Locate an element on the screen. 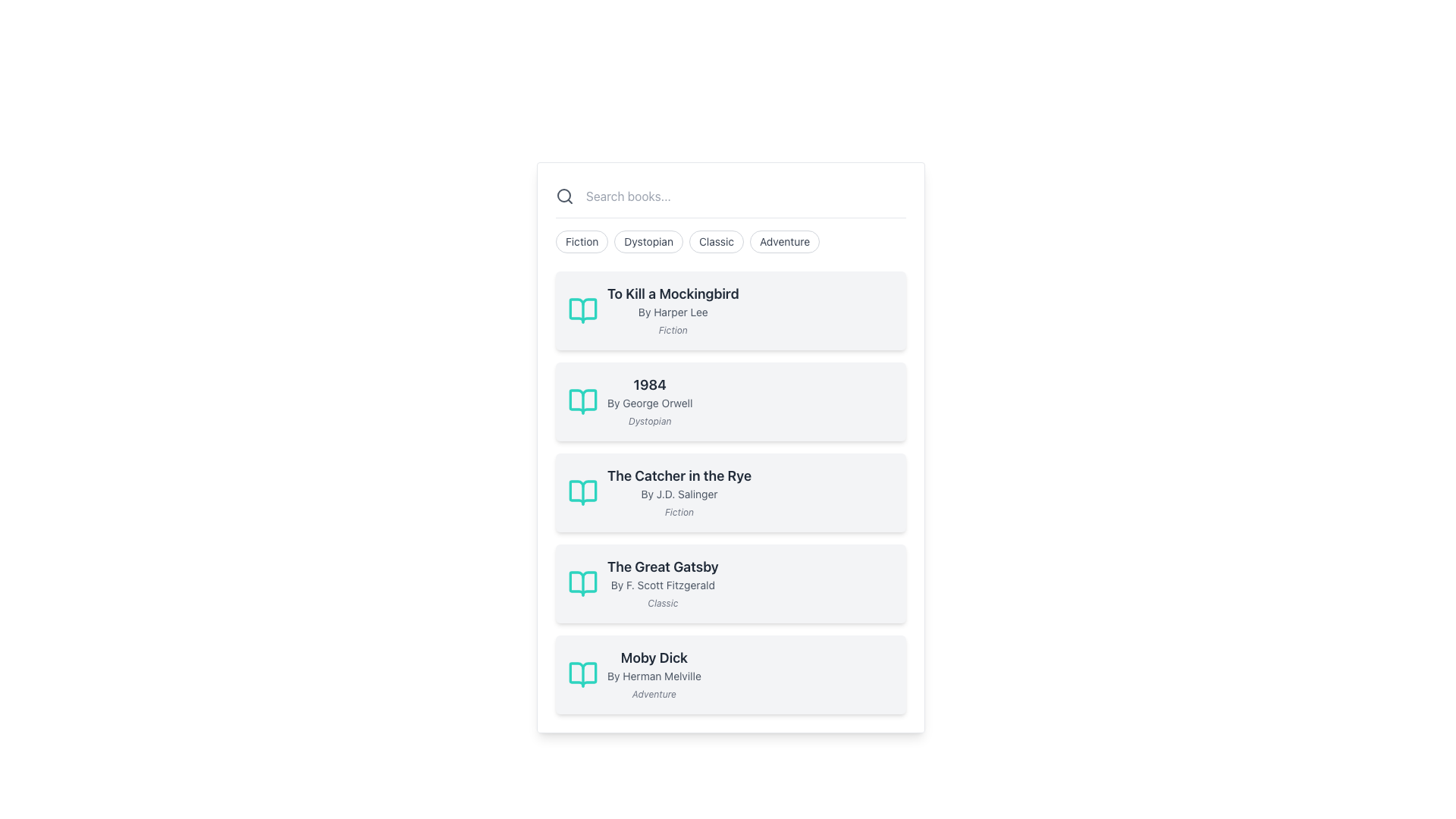 The height and width of the screenshot is (819, 1456). the Static Text Label element labeled 'Fiction', which is styled in gray and italicized, located below the text 'By J.D. Salinger' is located at coordinates (679, 512).